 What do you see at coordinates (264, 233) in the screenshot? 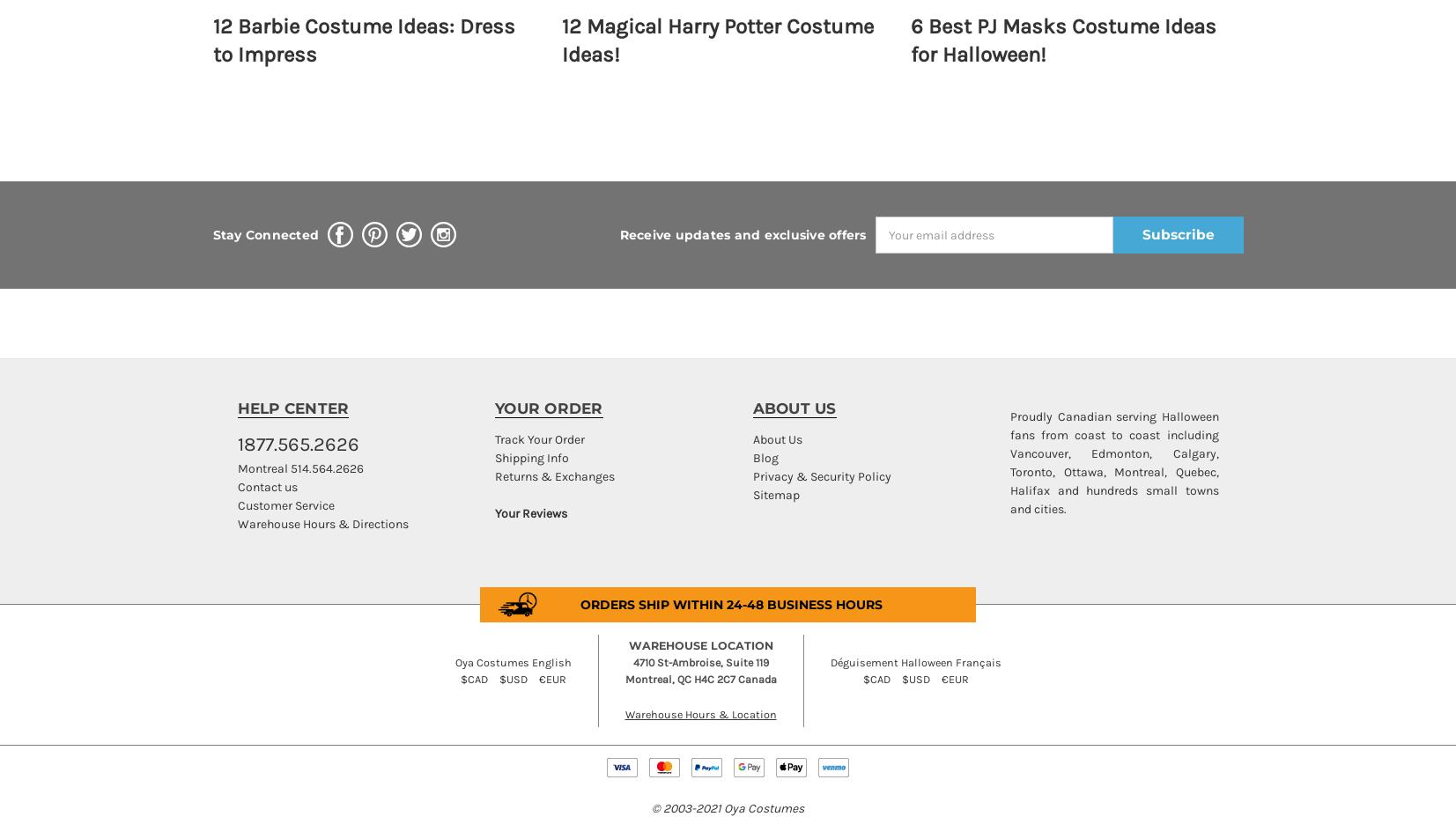
I see `'Stay Connected'` at bounding box center [264, 233].